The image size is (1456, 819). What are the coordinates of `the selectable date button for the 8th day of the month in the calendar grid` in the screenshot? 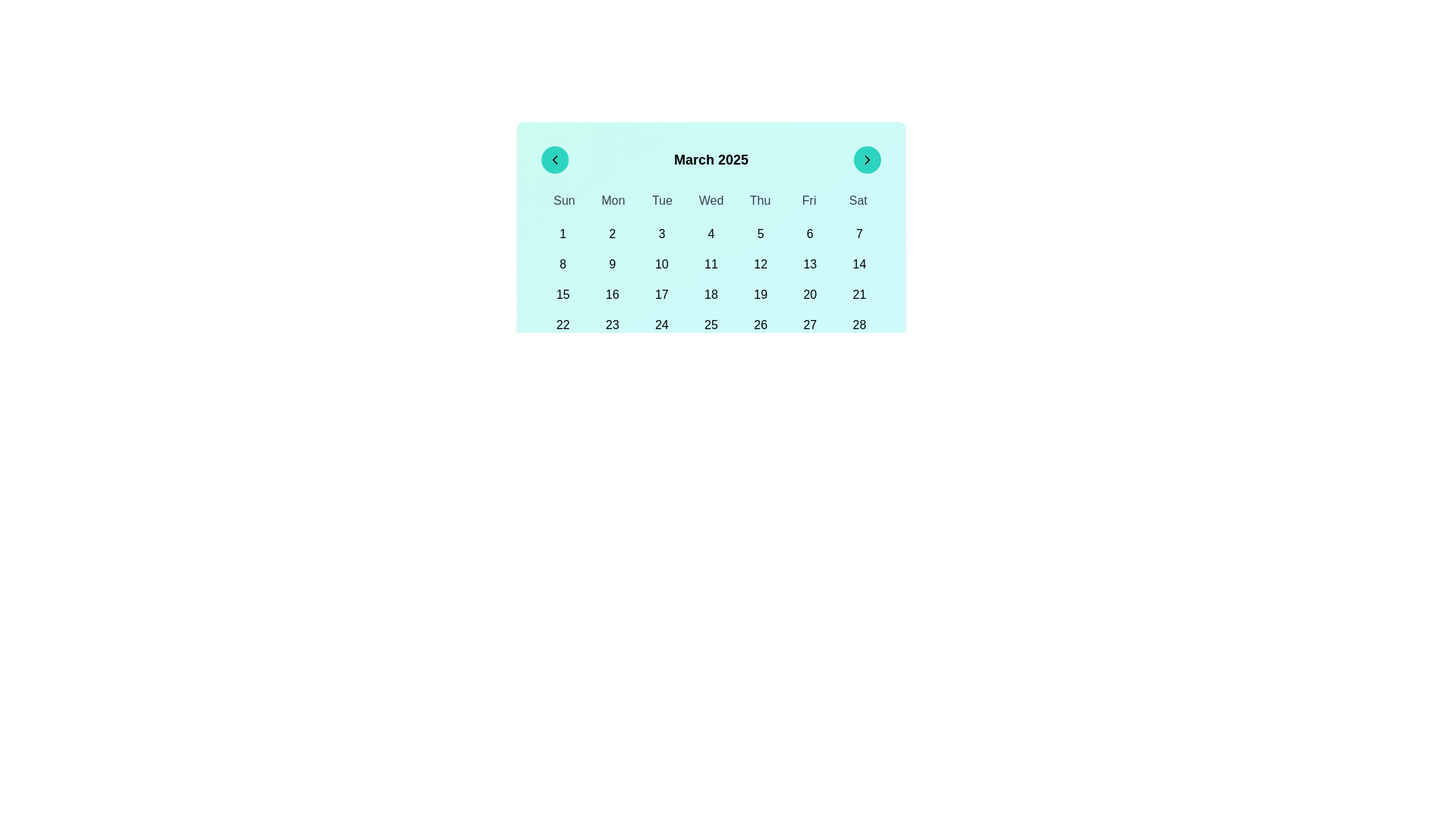 It's located at (562, 263).